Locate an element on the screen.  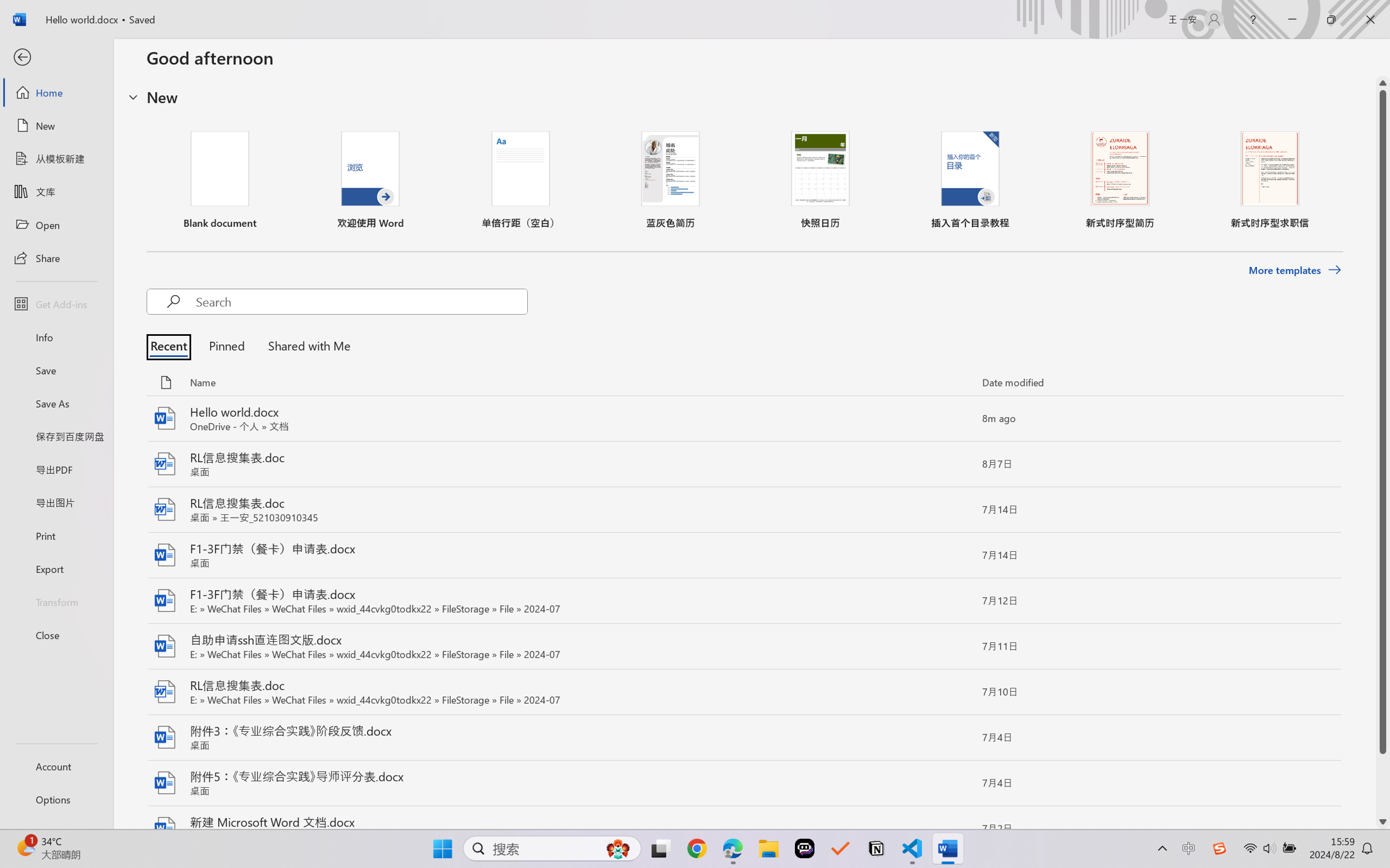
'Class: Image' is located at coordinates (1219, 848).